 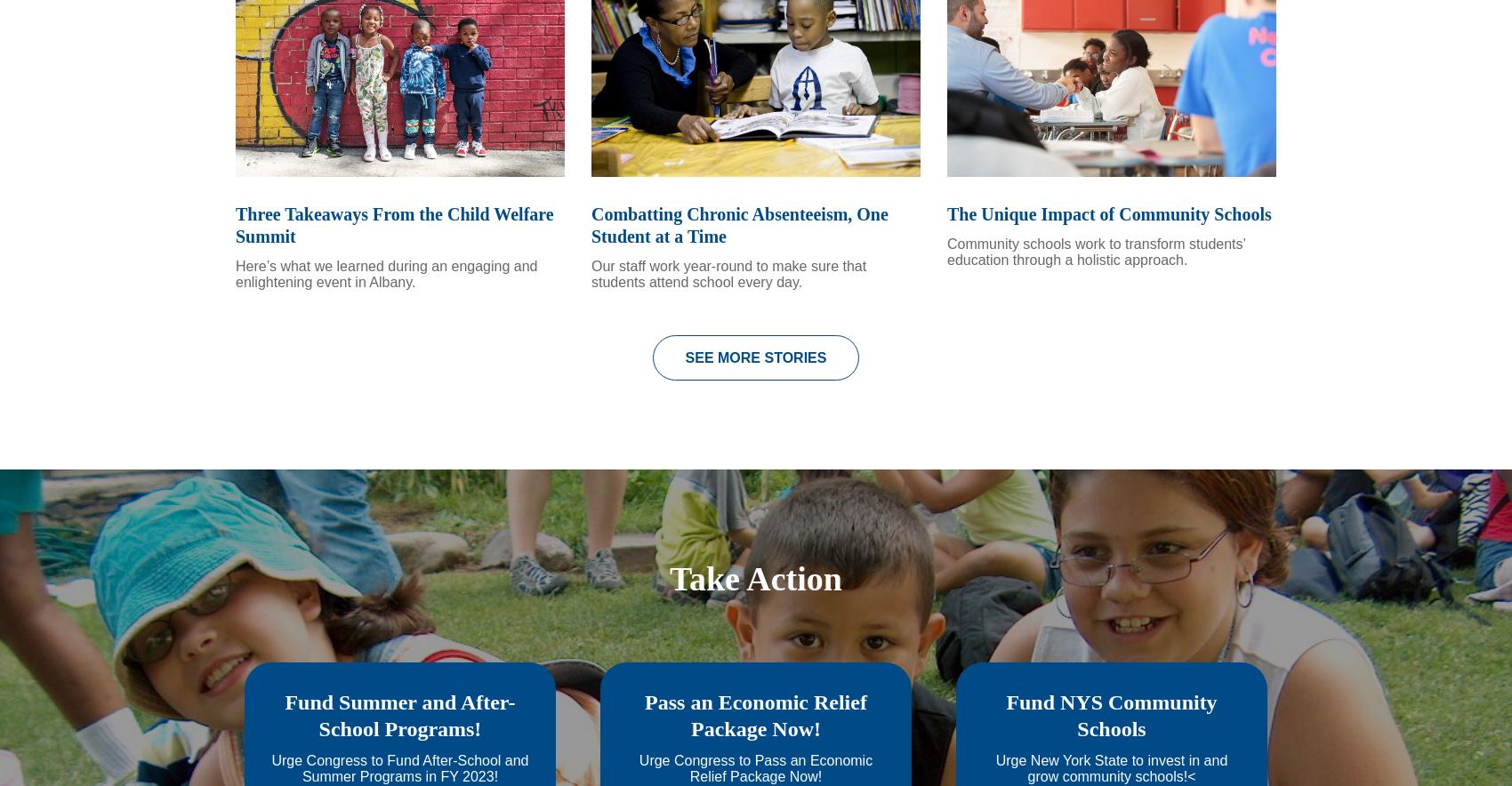 I want to click on 'Combatting Chronic Absenteeism, One Student at a Time', so click(x=738, y=247).